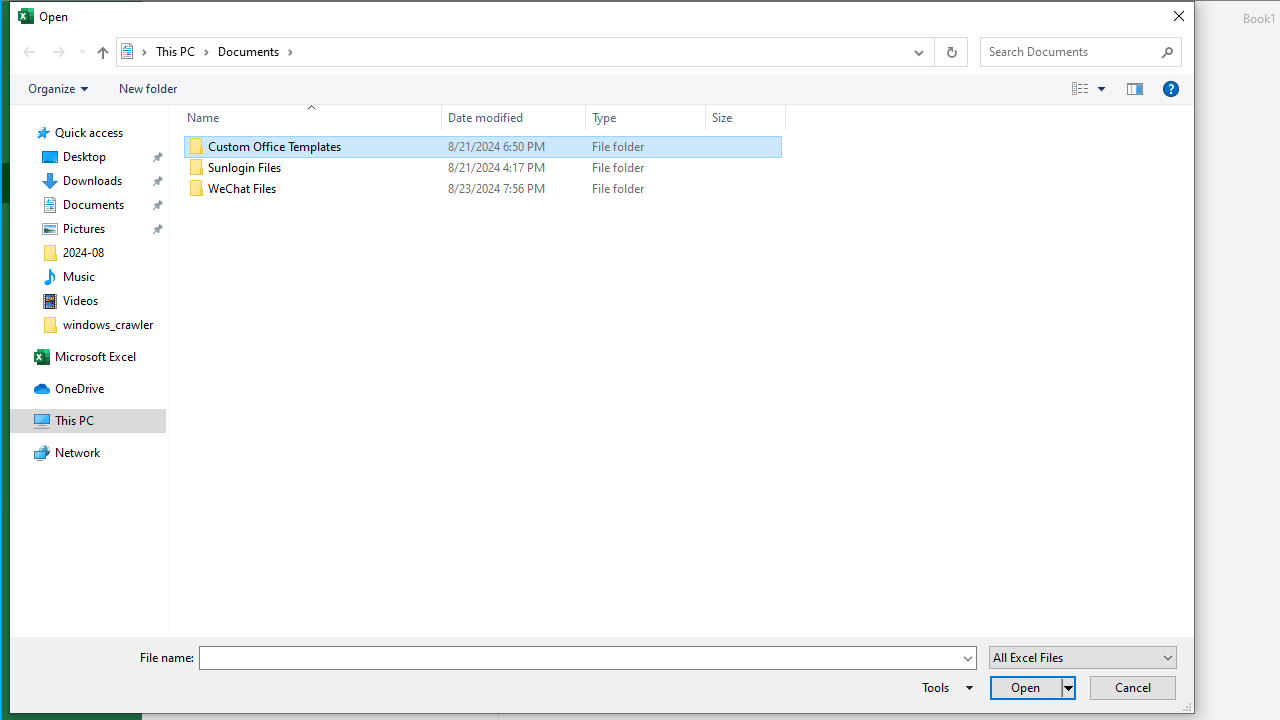 This screenshot has height=720, width=1280. Describe the element at coordinates (1069, 50) in the screenshot. I see `'Search Box'` at that location.